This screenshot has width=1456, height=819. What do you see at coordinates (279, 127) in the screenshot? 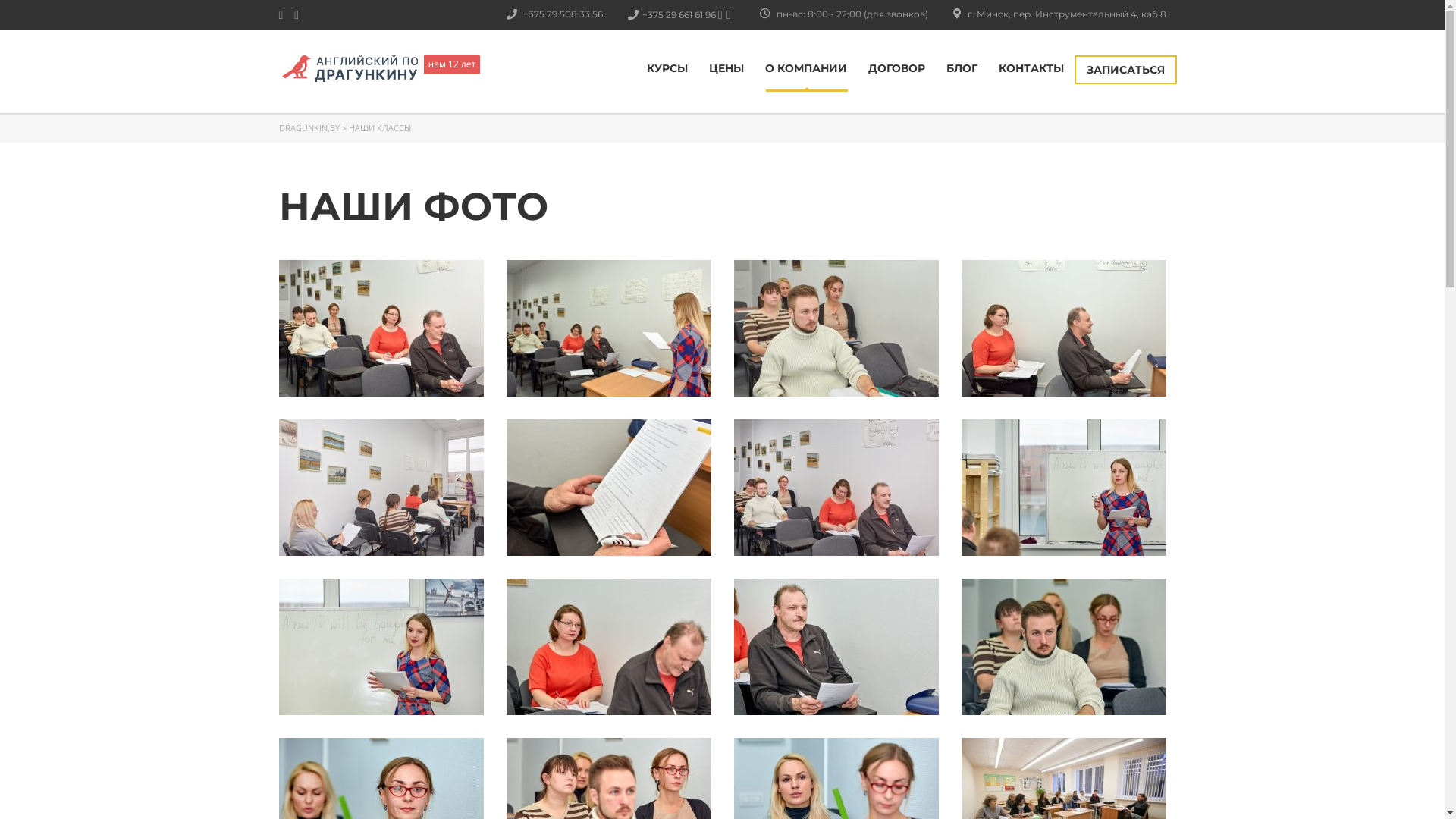
I see `'DRAGUNKIN.BY'` at bounding box center [279, 127].